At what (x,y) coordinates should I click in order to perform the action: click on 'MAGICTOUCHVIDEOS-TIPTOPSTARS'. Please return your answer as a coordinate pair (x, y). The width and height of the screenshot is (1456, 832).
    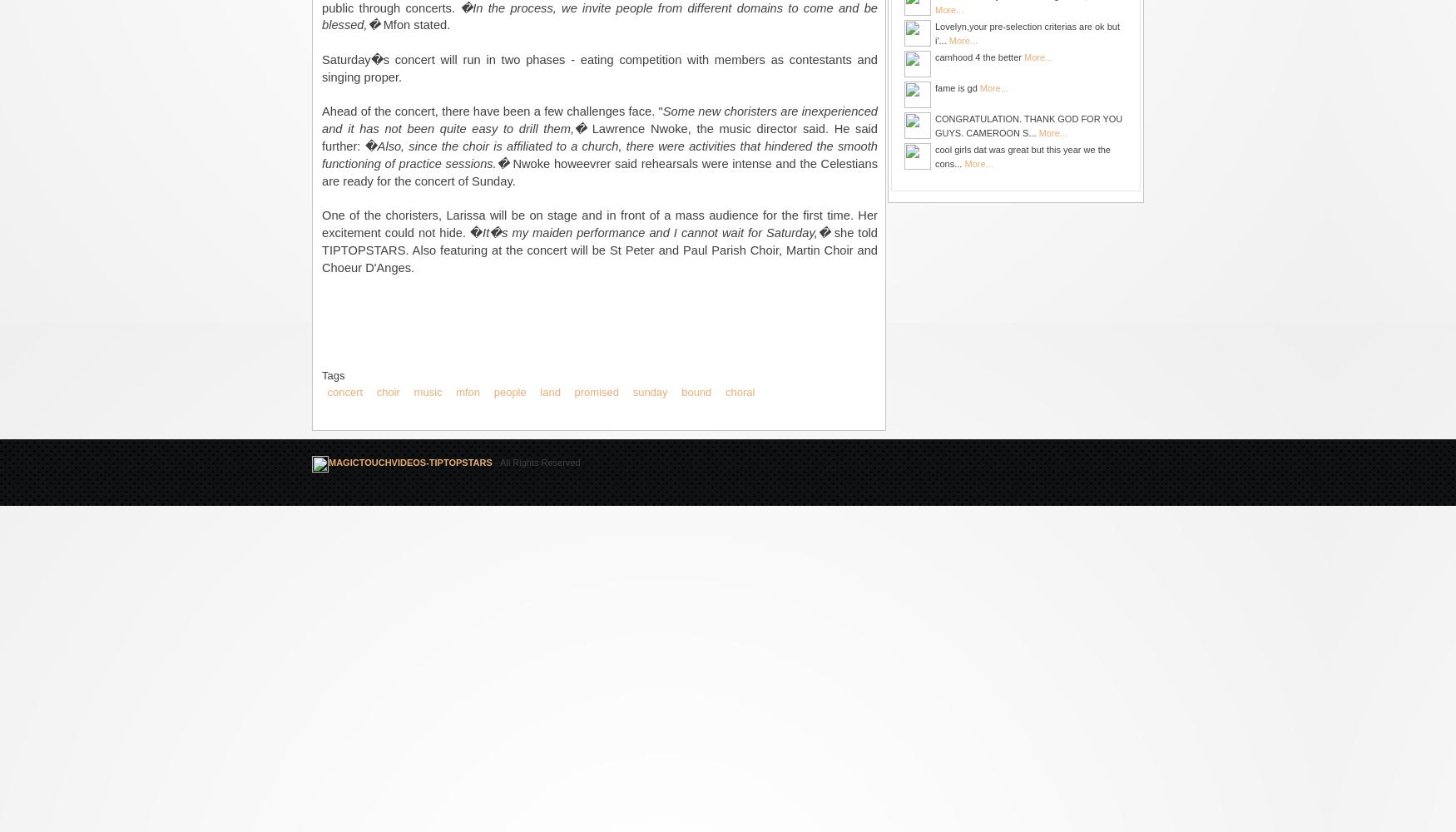
    Looking at the image, I should click on (409, 463).